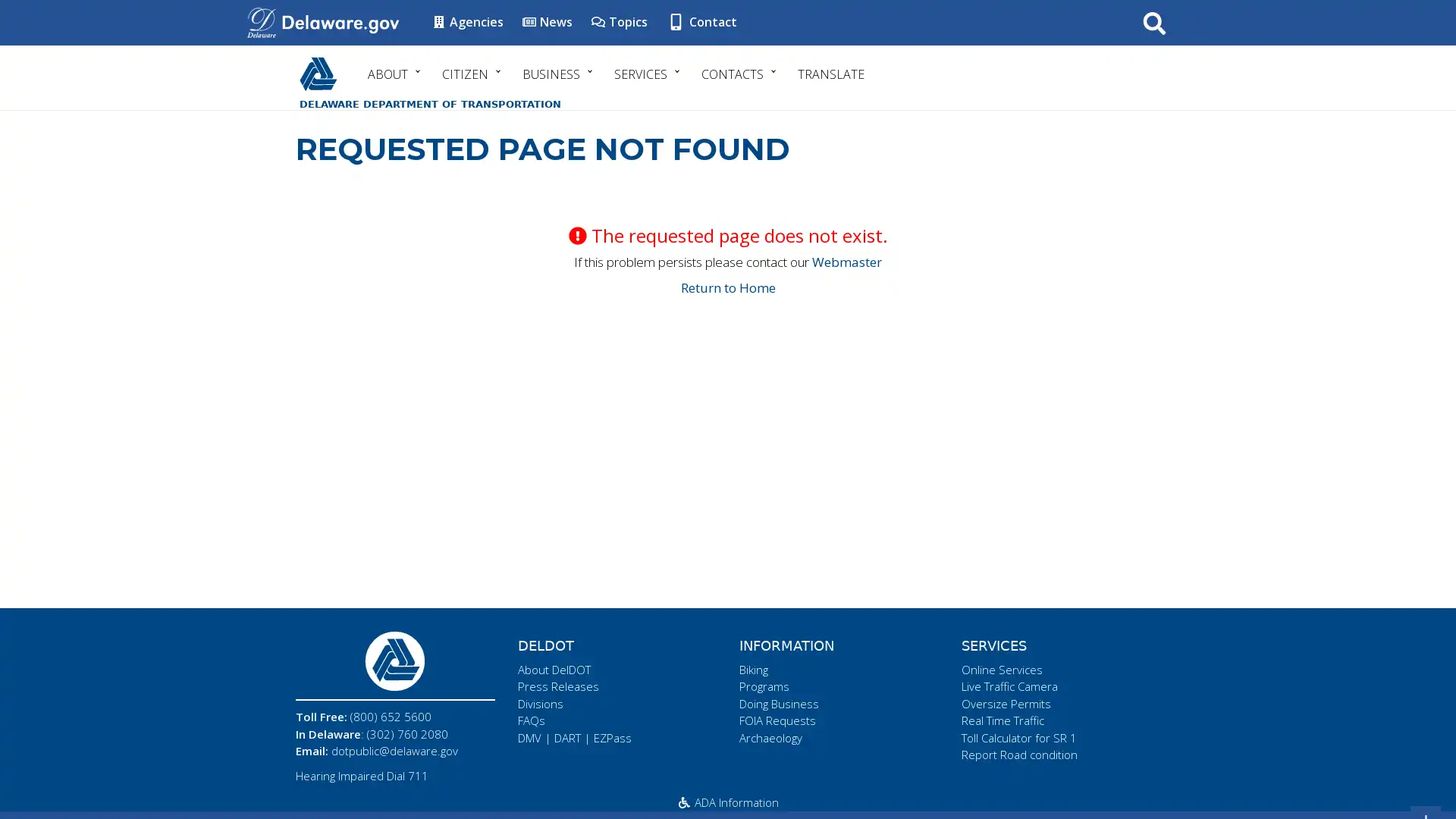 The height and width of the screenshot is (819, 1456). Describe the element at coordinates (1153, 22) in the screenshot. I see `Search` at that location.